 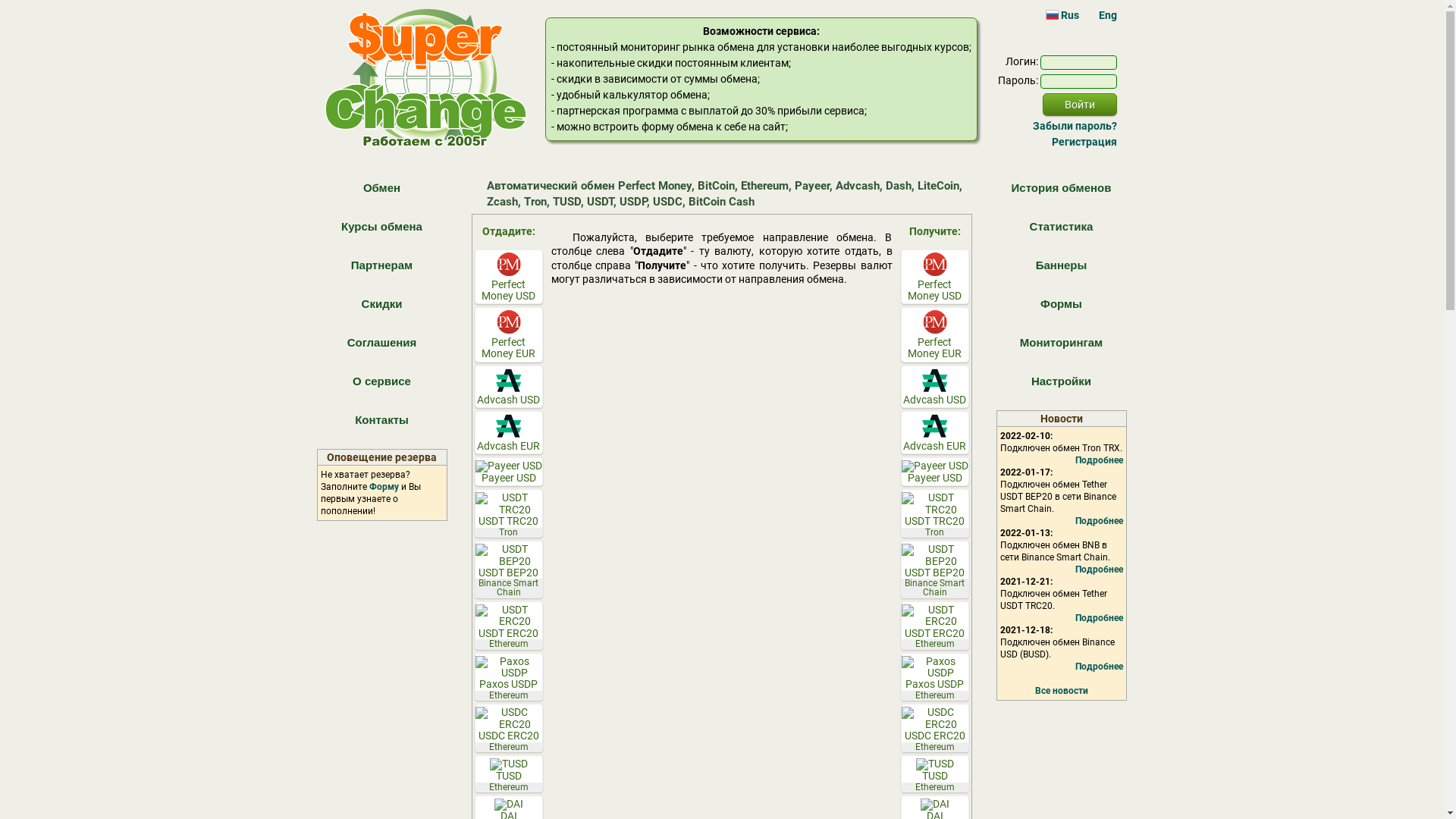 I want to click on 'USDT TRC20, so click(x=473, y=513).